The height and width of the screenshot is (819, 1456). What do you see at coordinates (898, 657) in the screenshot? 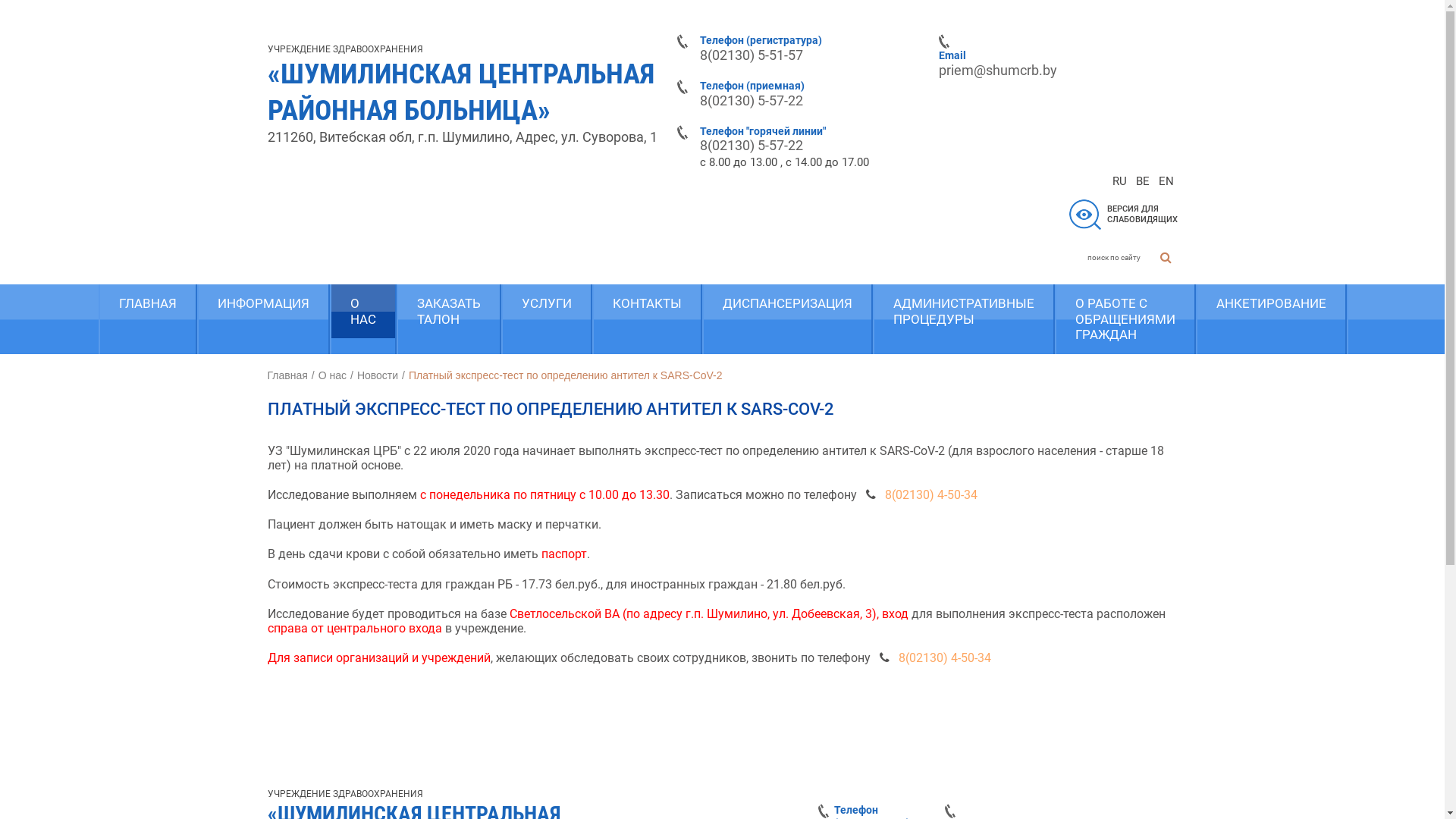
I see `'8(02130) 4-50-34'` at bounding box center [898, 657].